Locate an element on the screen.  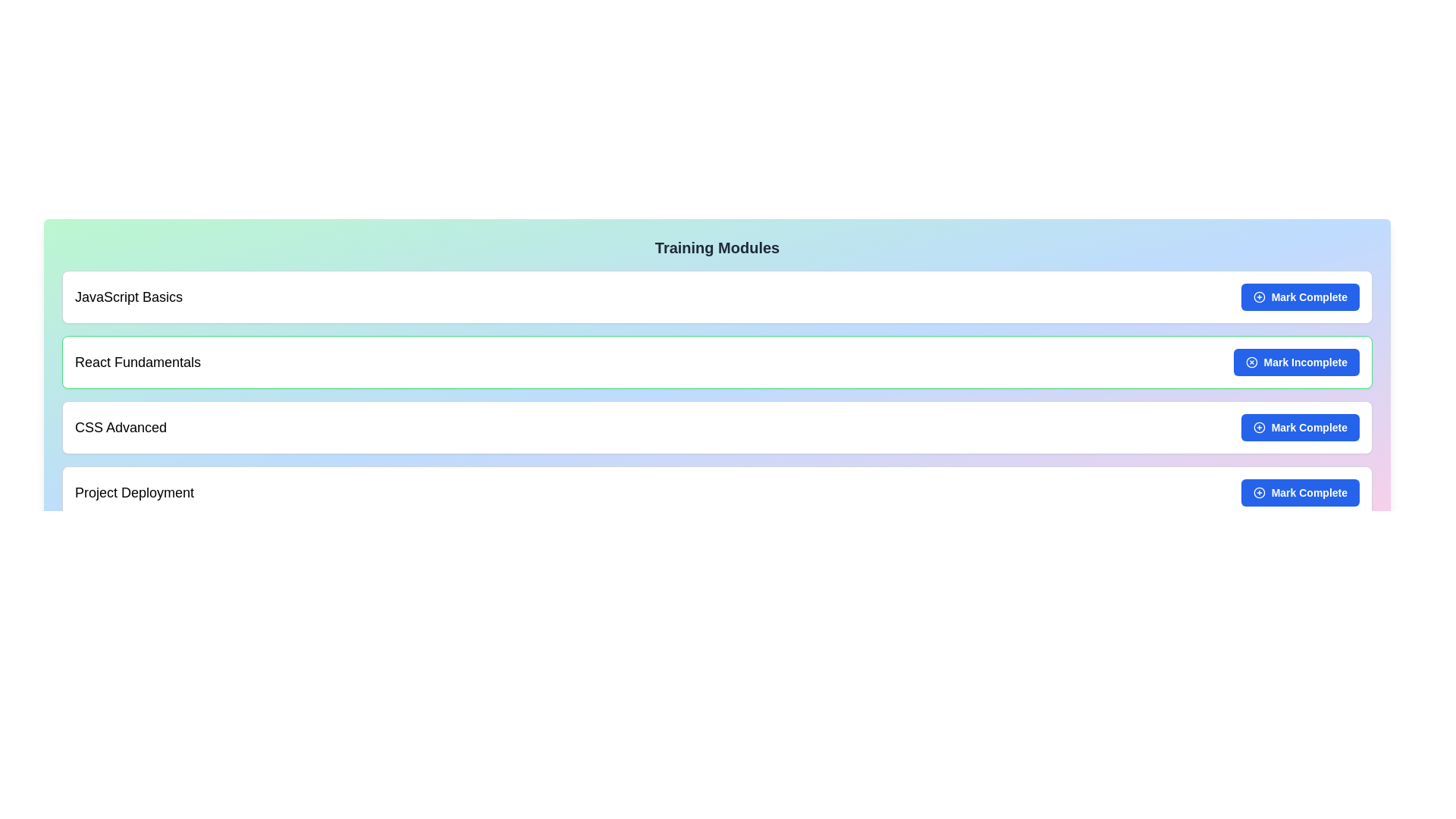
the 'Mark Complete' button with a blue background and white text, located in the 'Project Deployment' section, to mark the task as complete is located at coordinates (1299, 493).